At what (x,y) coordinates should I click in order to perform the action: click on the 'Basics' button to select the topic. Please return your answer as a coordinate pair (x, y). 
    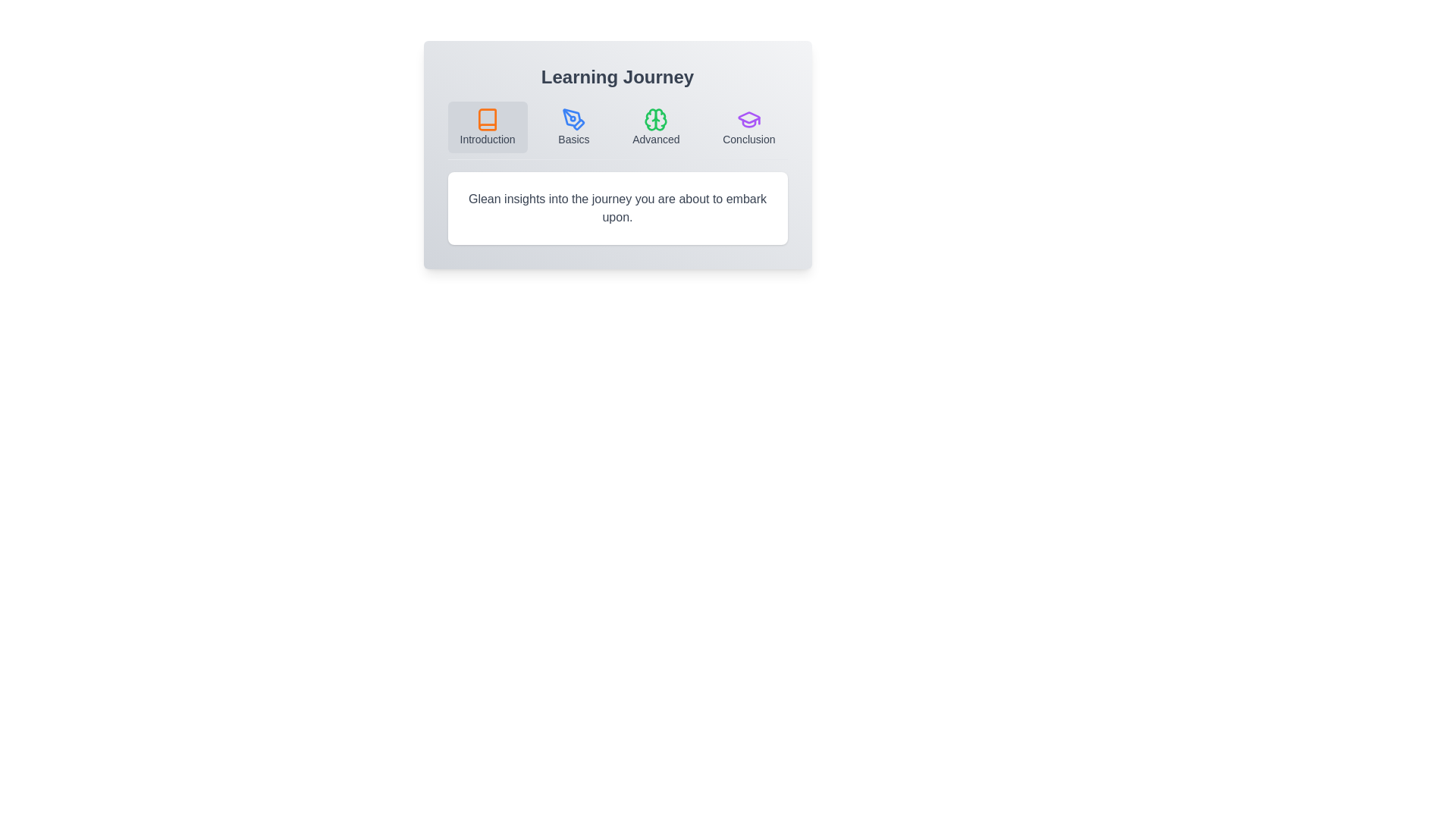
    Looking at the image, I should click on (573, 127).